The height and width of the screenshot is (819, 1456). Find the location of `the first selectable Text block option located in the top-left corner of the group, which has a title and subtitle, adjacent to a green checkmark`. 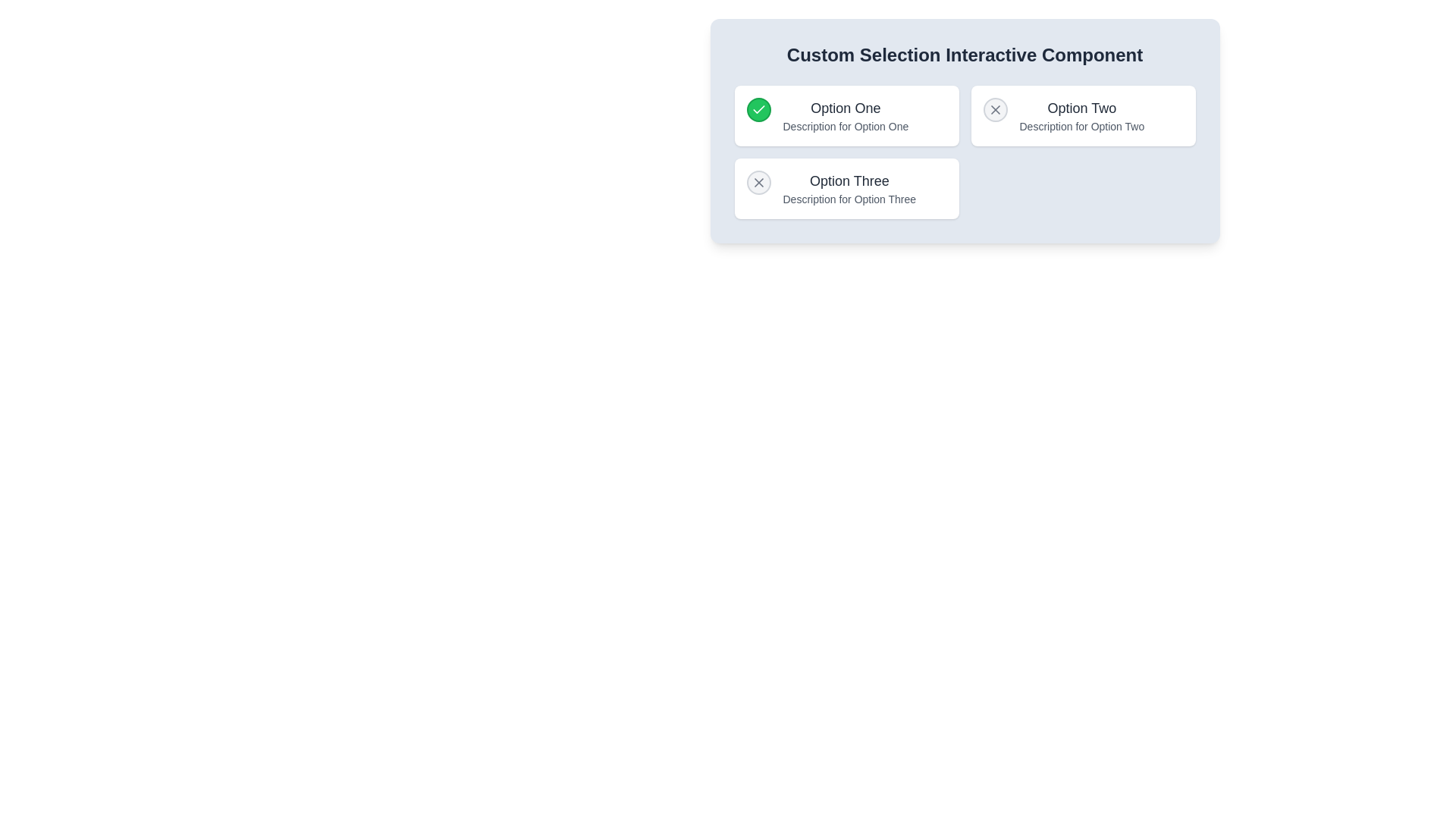

the first selectable Text block option located in the top-left corner of the group, which has a title and subtitle, adjacent to a green checkmark is located at coordinates (845, 115).